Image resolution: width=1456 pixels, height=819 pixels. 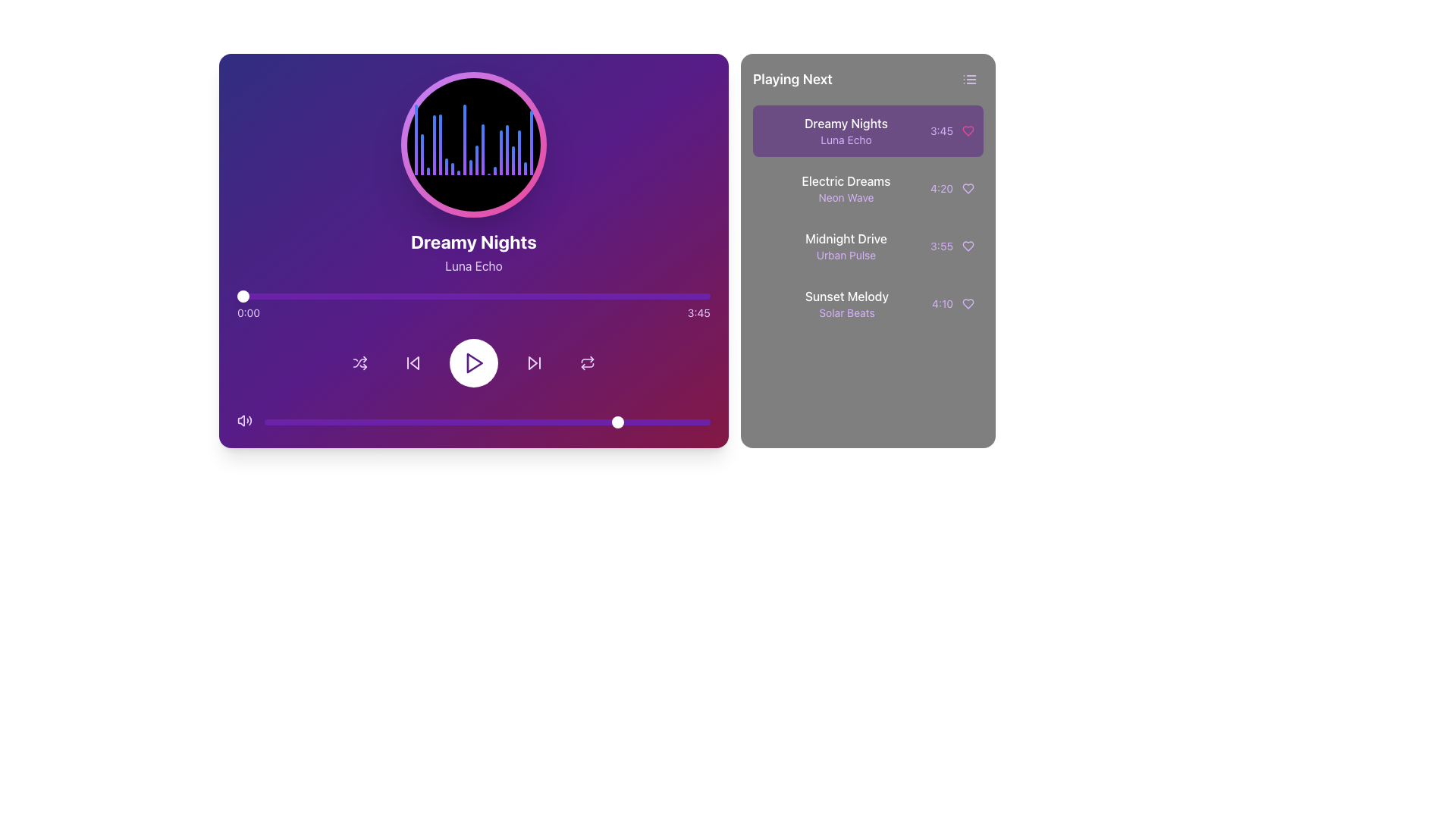 I want to click on the rewind/skip backward button located in the media player interface, so click(x=413, y=362).